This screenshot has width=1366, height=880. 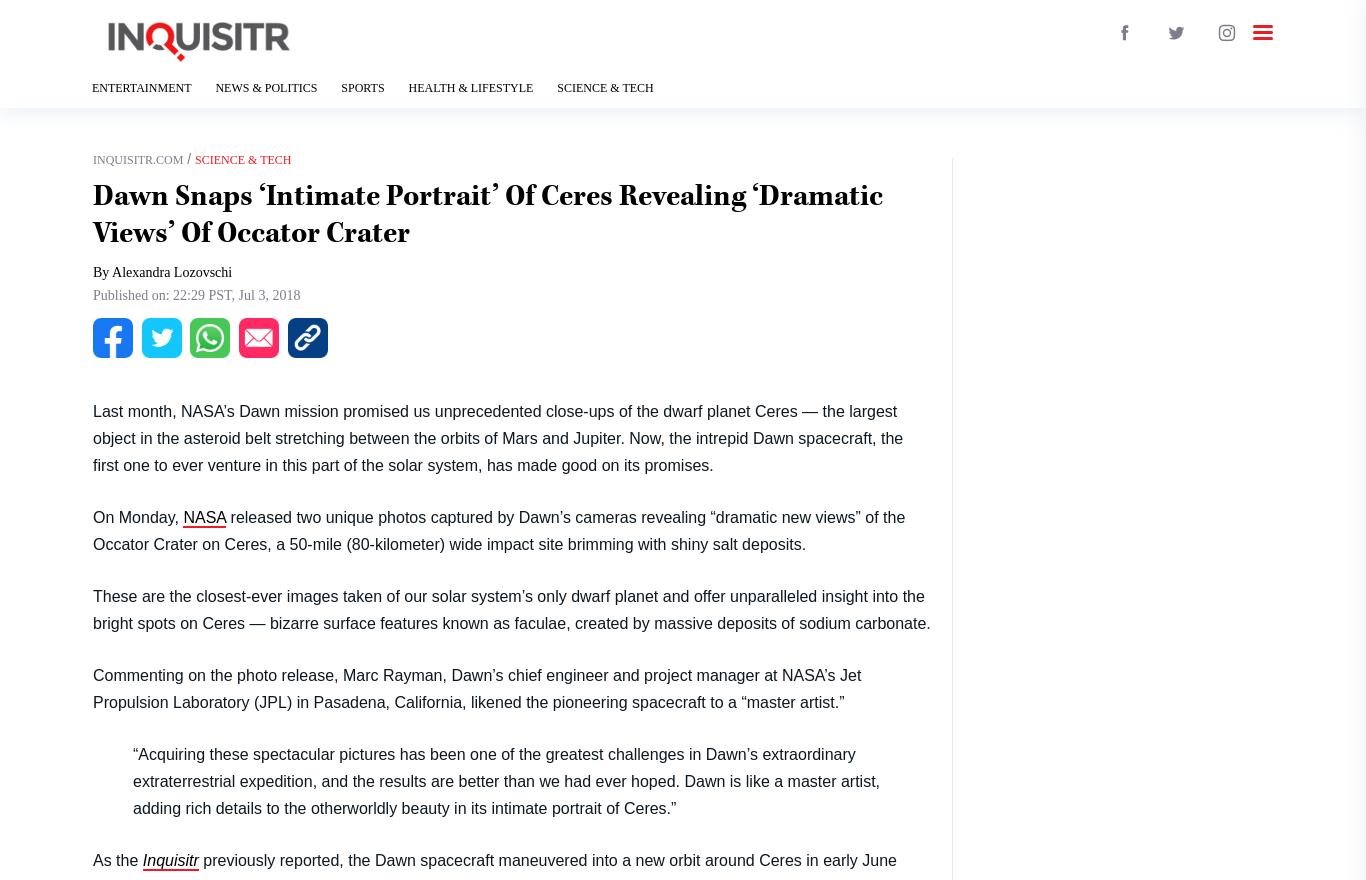 What do you see at coordinates (498, 437) in the screenshot?
I see `'Last month, NASA’s Dawn mission promised us unprecedented close-ups of the dwarf planet Ceres — the largest object in the asteroid belt stretching between the orbits of Mars and Jupiter. Now, the intrepid Dawn spacecraft, the first one to ever venture in this part of the solar system, has made good on its promises.'` at bounding box center [498, 437].